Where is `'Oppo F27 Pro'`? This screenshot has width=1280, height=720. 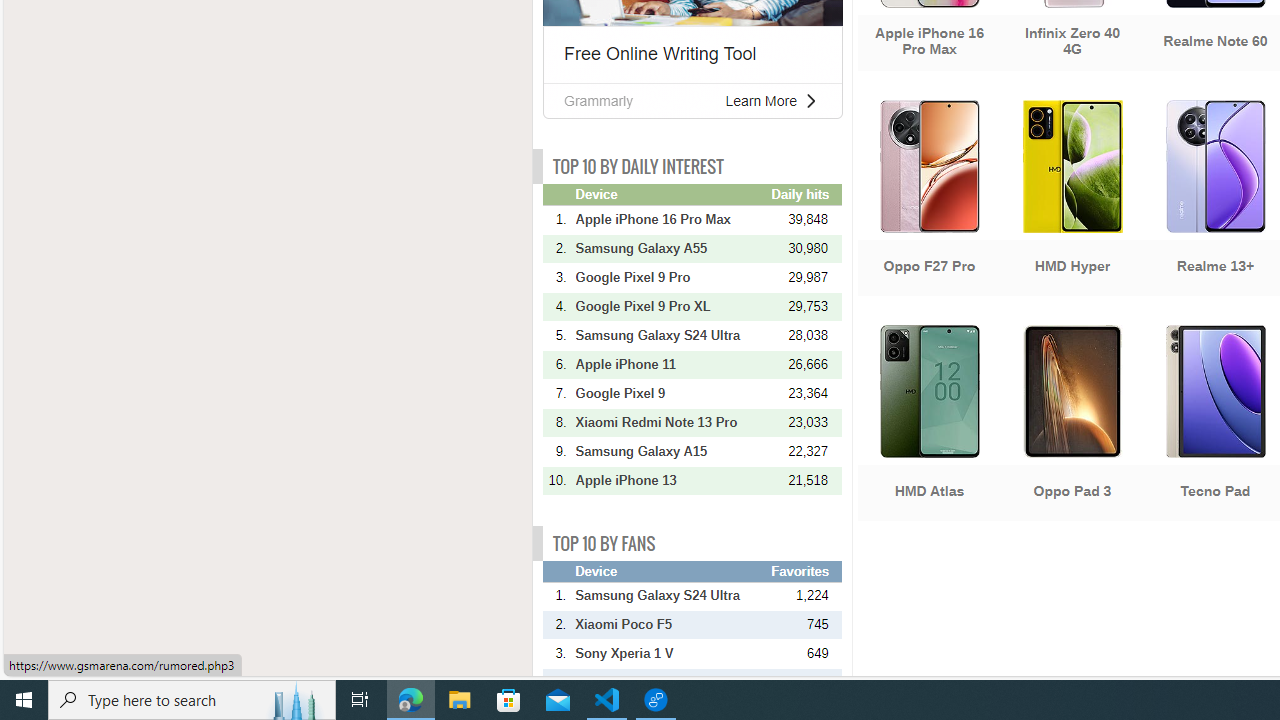 'Oppo F27 Pro' is located at coordinates (928, 200).